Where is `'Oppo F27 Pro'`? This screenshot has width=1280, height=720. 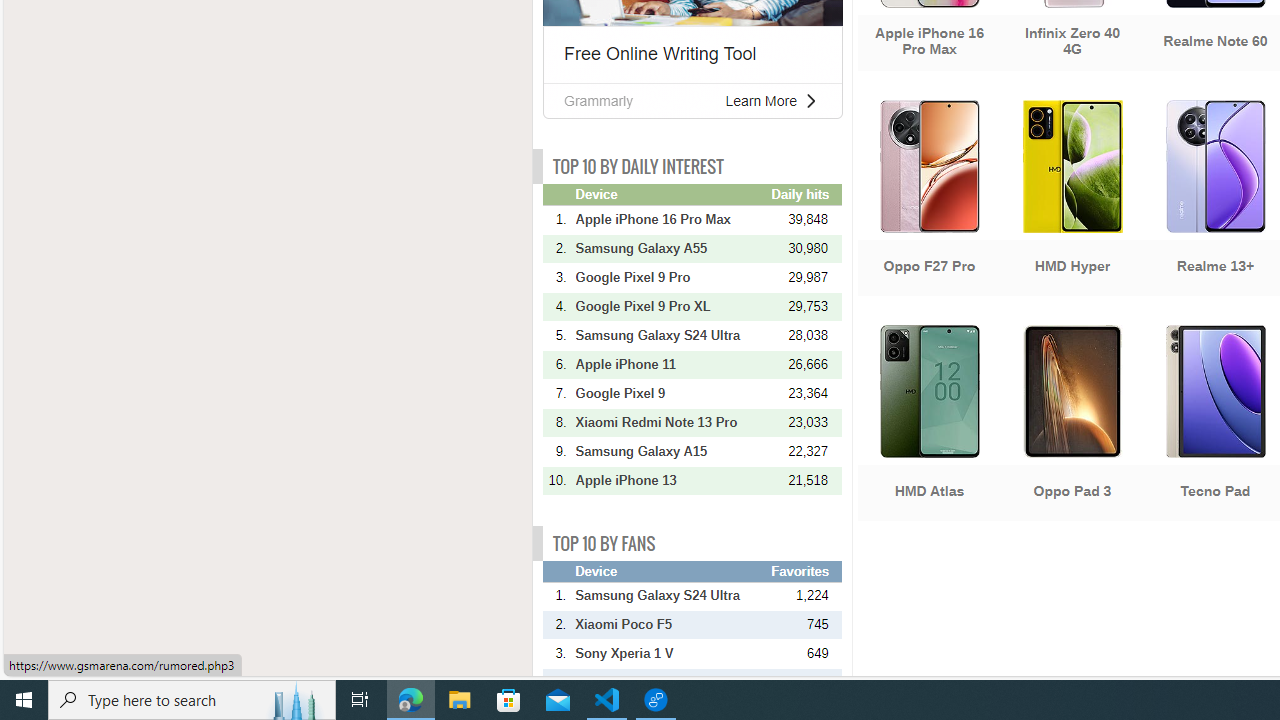 'Oppo F27 Pro' is located at coordinates (928, 200).